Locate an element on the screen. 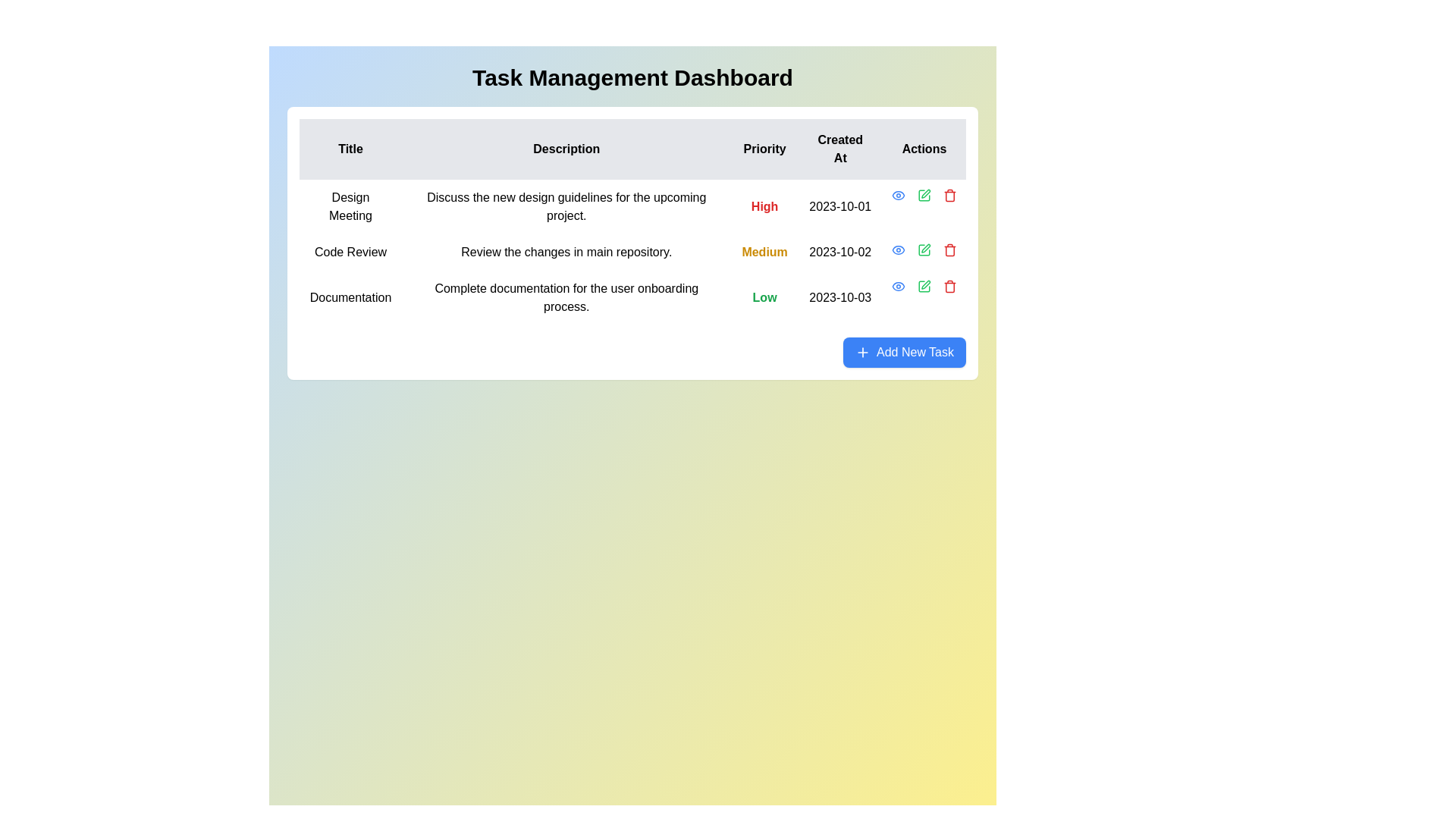 The width and height of the screenshot is (1456, 819). the second row in the task list table that summarizes a specific task, including its title, description, priority, creation date, and available actions is located at coordinates (632, 251).